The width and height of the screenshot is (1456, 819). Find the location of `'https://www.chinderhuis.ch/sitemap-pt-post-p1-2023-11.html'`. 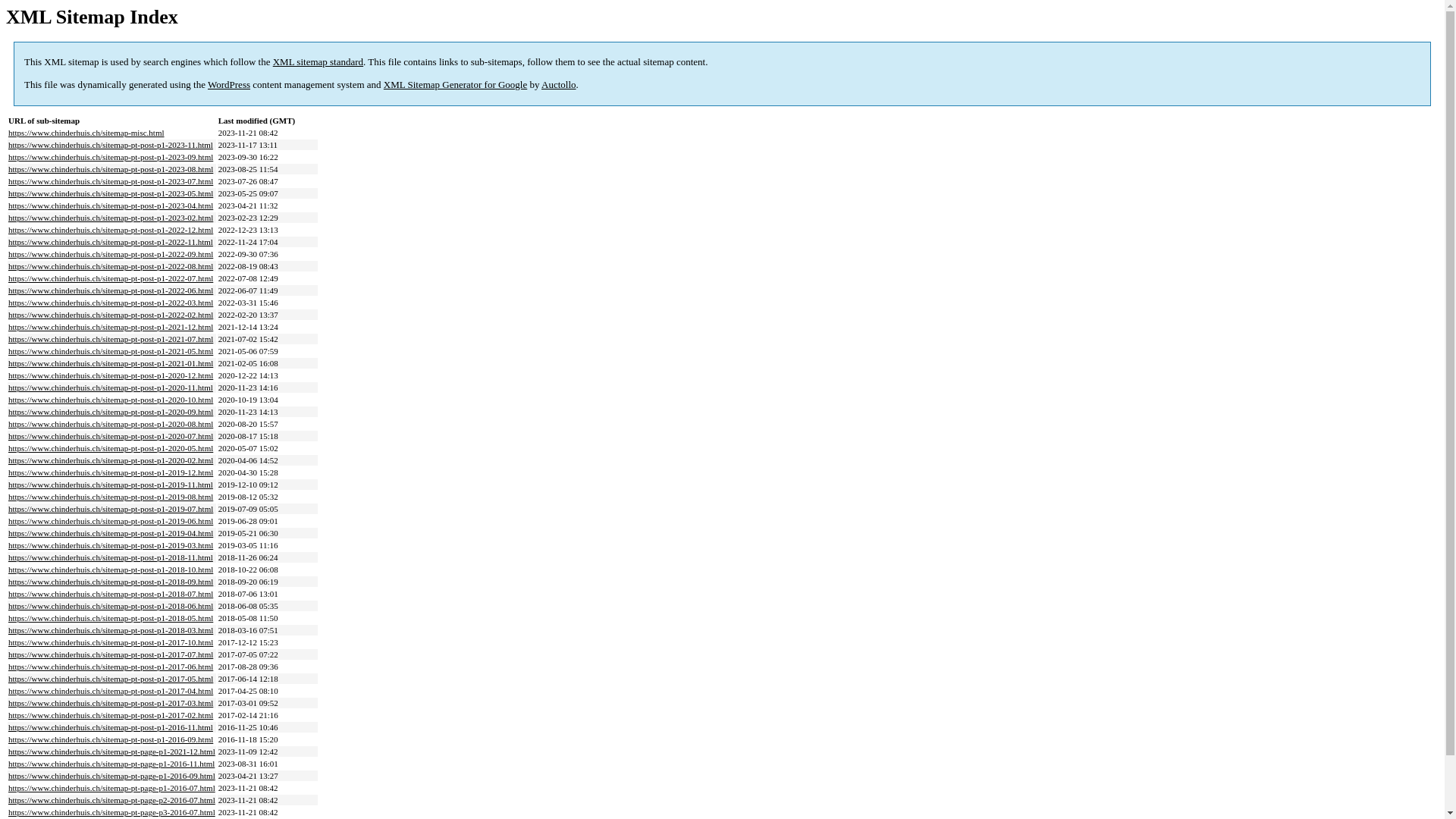

'https://www.chinderhuis.ch/sitemap-pt-post-p1-2023-11.html' is located at coordinates (109, 145).